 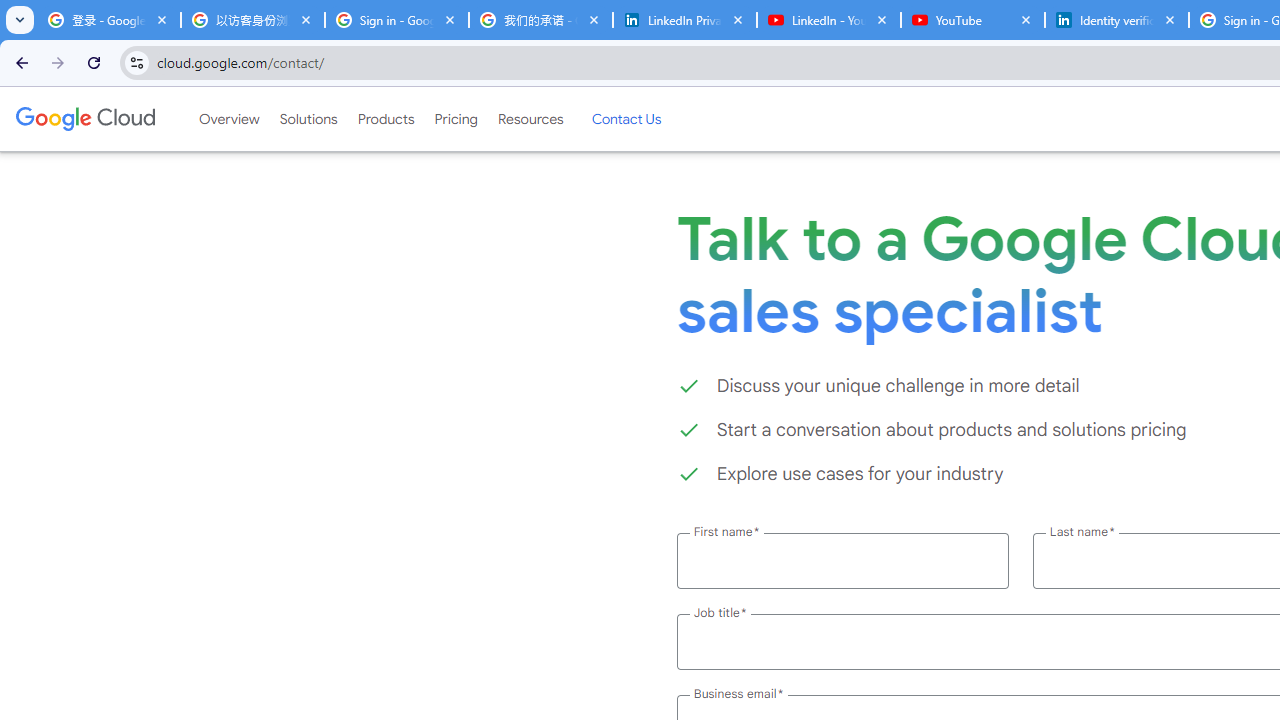 What do you see at coordinates (625, 119) in the screenshot?
I see `'Contact Us'` at bounding box center [625, 119].